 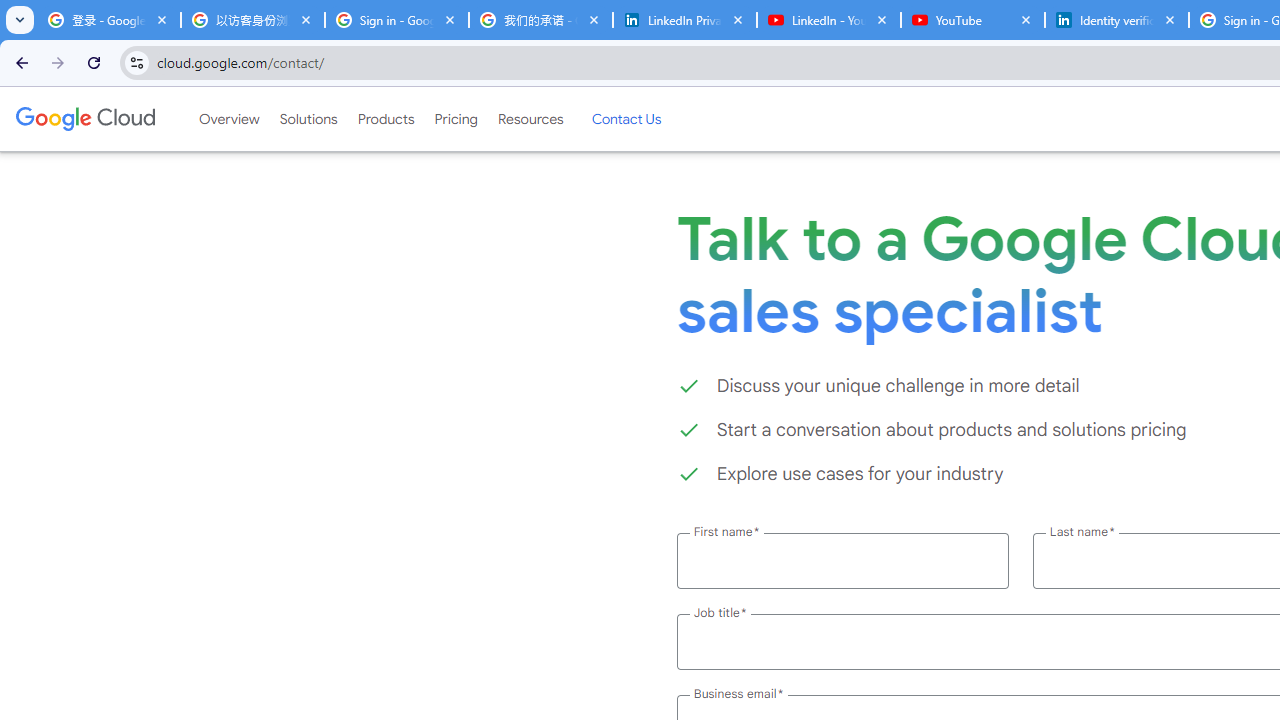 What do you see at coordinates (625, 119) in the screenshot?
I see `'Contact Us'` at bounding box center [625, 119].